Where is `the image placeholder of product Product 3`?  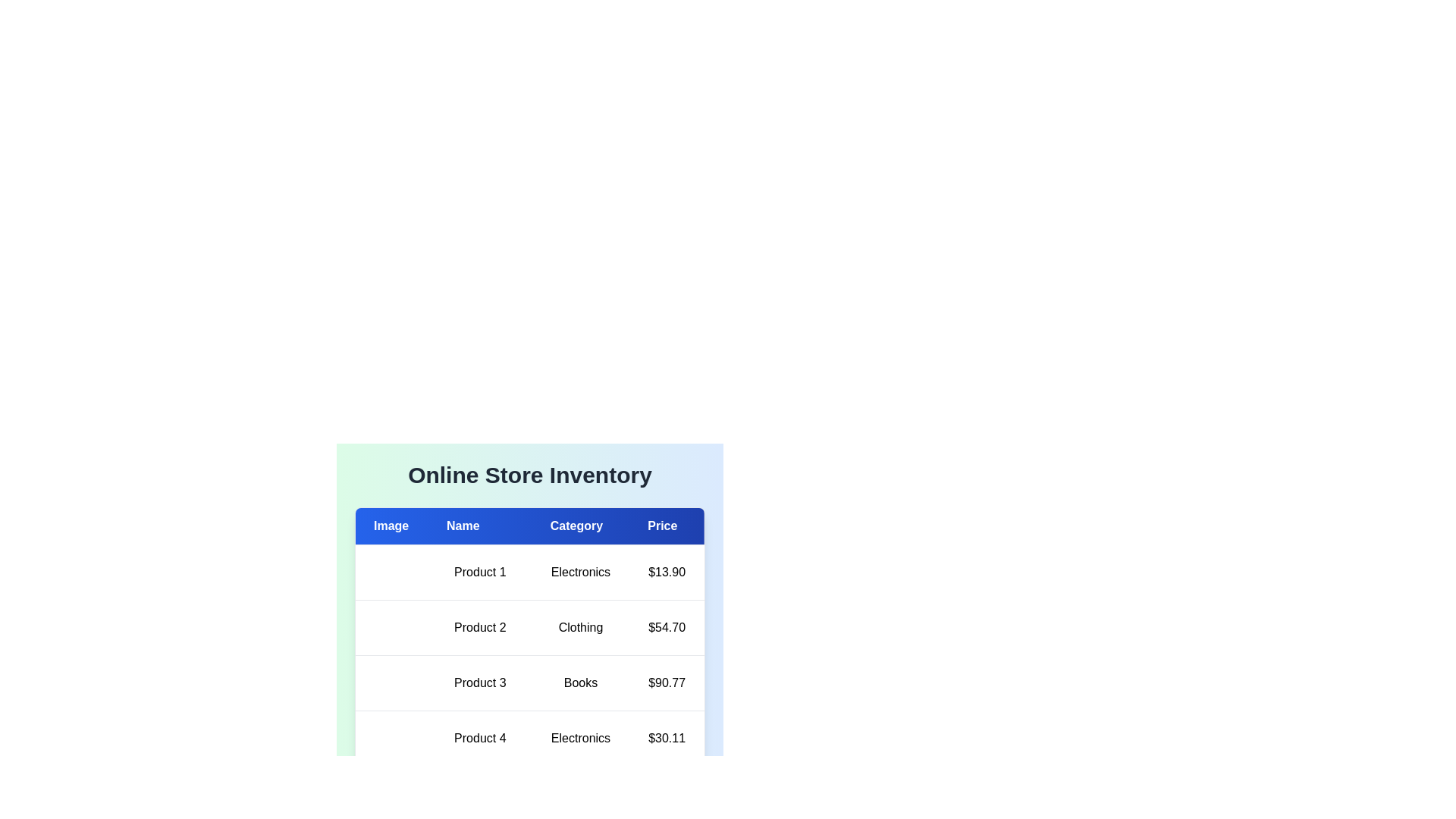
the image placeholder of product Product 3 is located at coordinates (374, 683).